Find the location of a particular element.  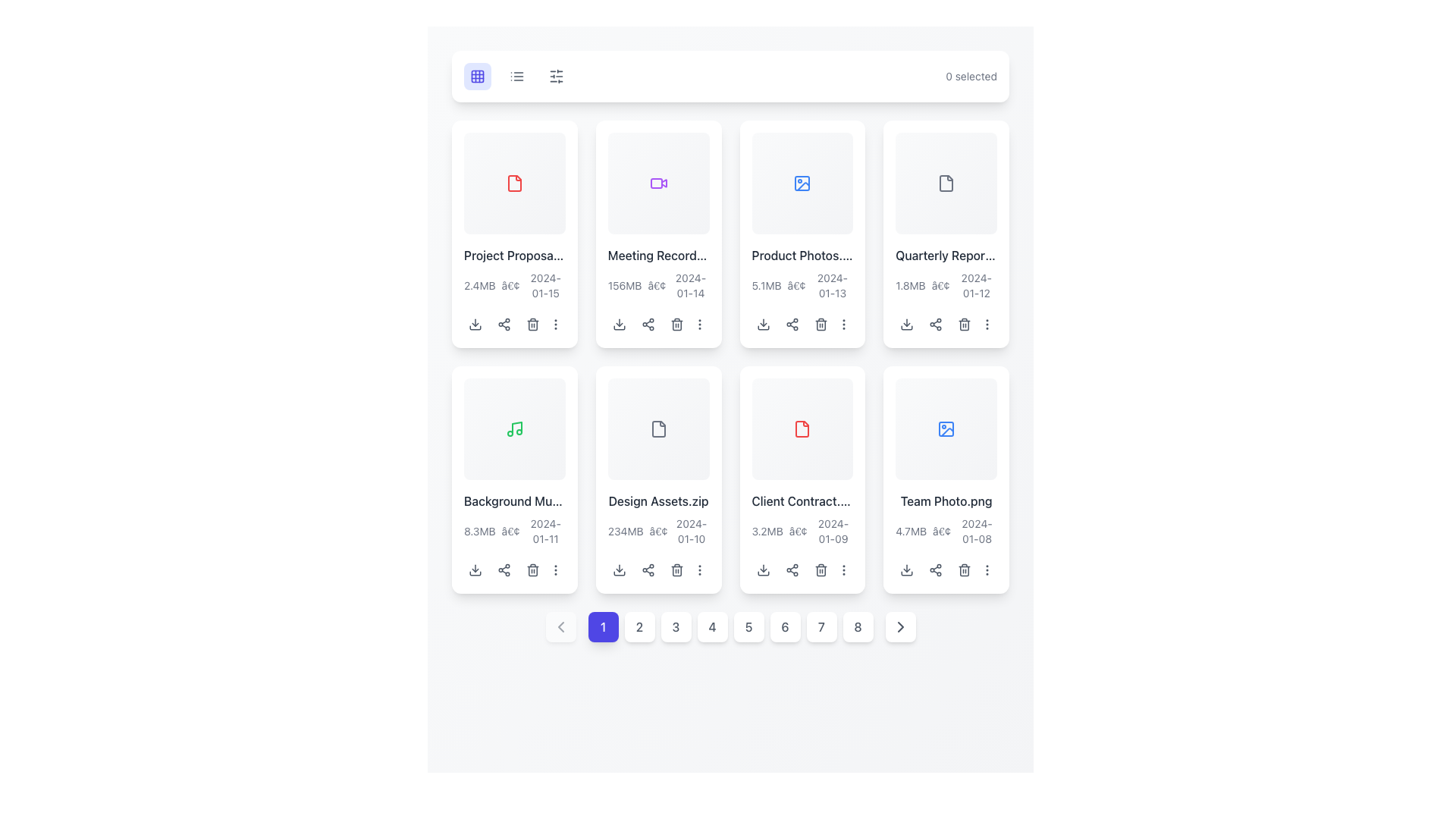

the Text Label displaying '8.3MB', which indicates the file size of 'Background Music' in the grid layout is located at coordinates (479, 530).